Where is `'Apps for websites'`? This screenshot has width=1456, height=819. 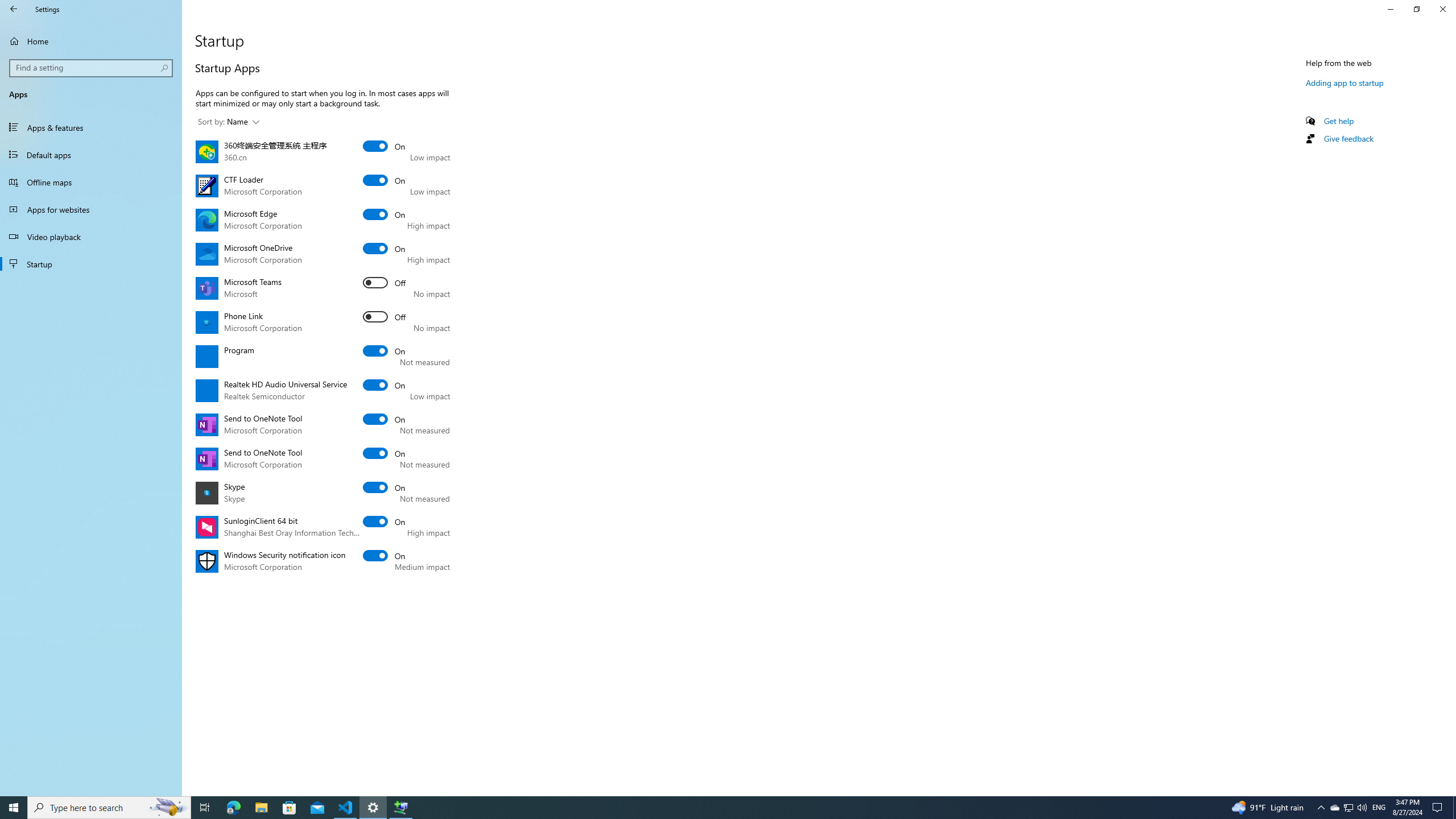 'Apps for websites' is located at coordinates (90, 209).